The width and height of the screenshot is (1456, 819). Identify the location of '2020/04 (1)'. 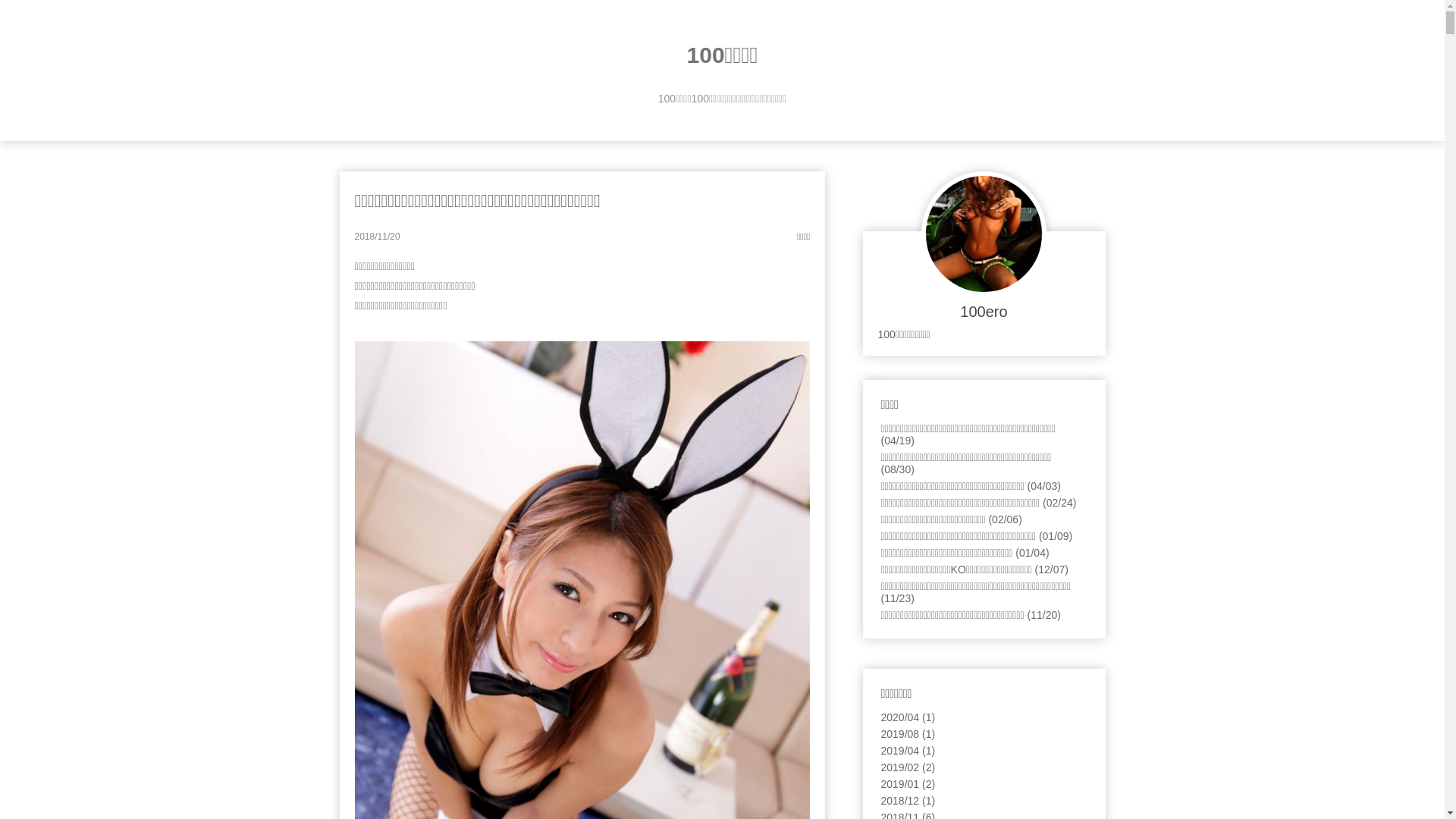
(880, 717).